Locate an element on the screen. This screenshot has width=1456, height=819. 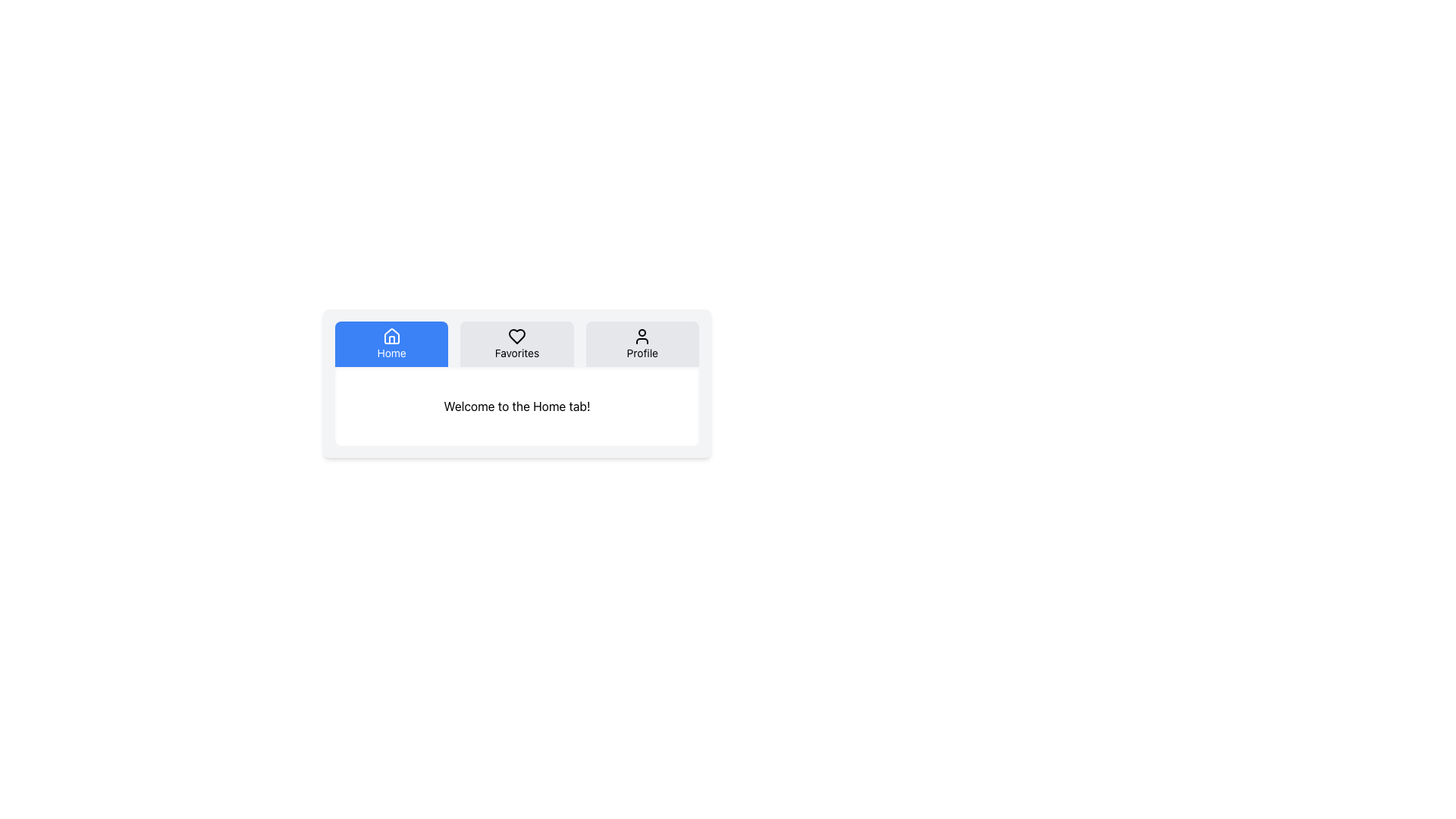
the 'Home' icon located at the top of the navigation bar is located at coordinates (391, 335).